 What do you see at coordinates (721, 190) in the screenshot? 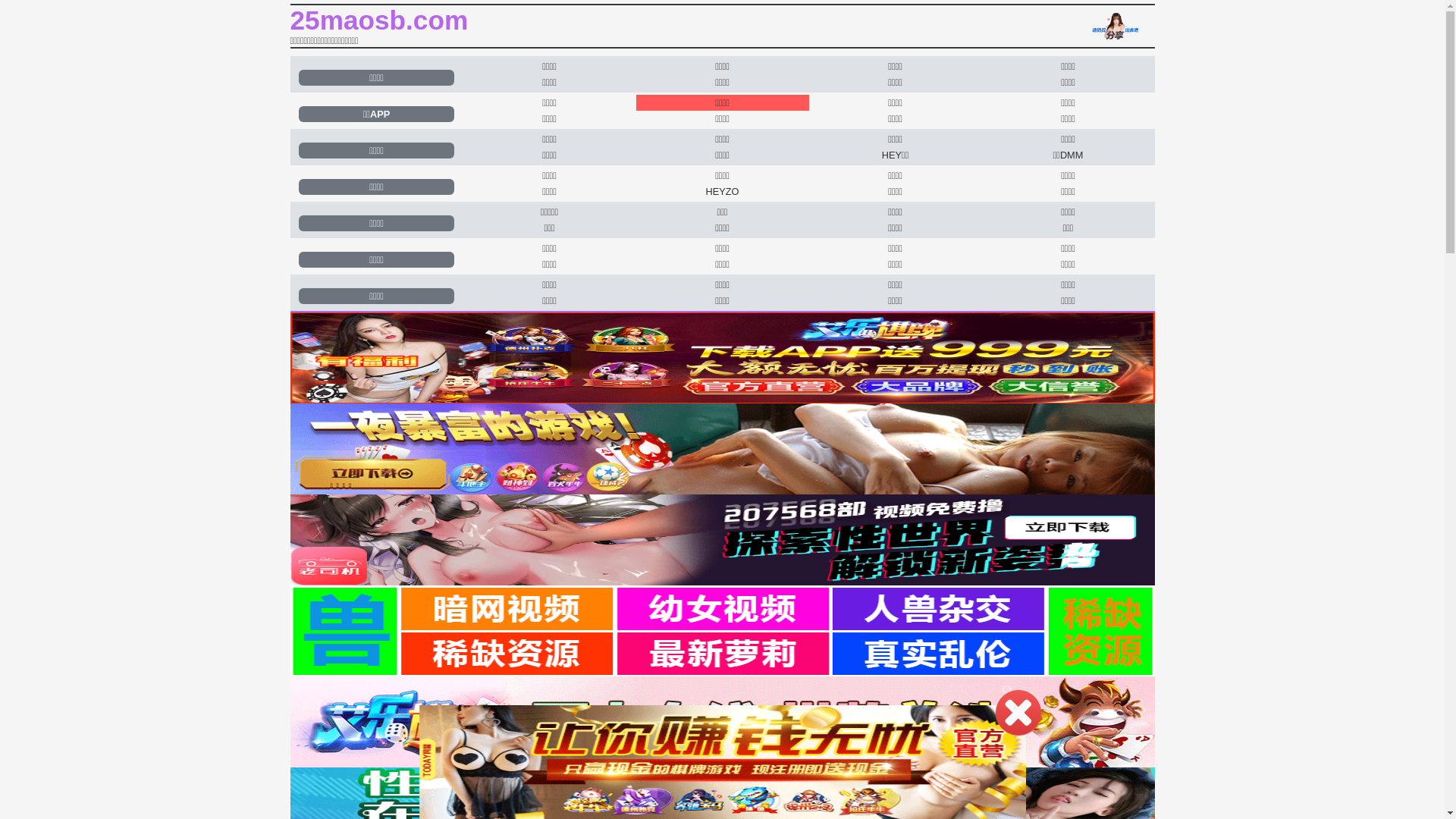
I see `'HEYZO'` at bounding box center [721, 190].